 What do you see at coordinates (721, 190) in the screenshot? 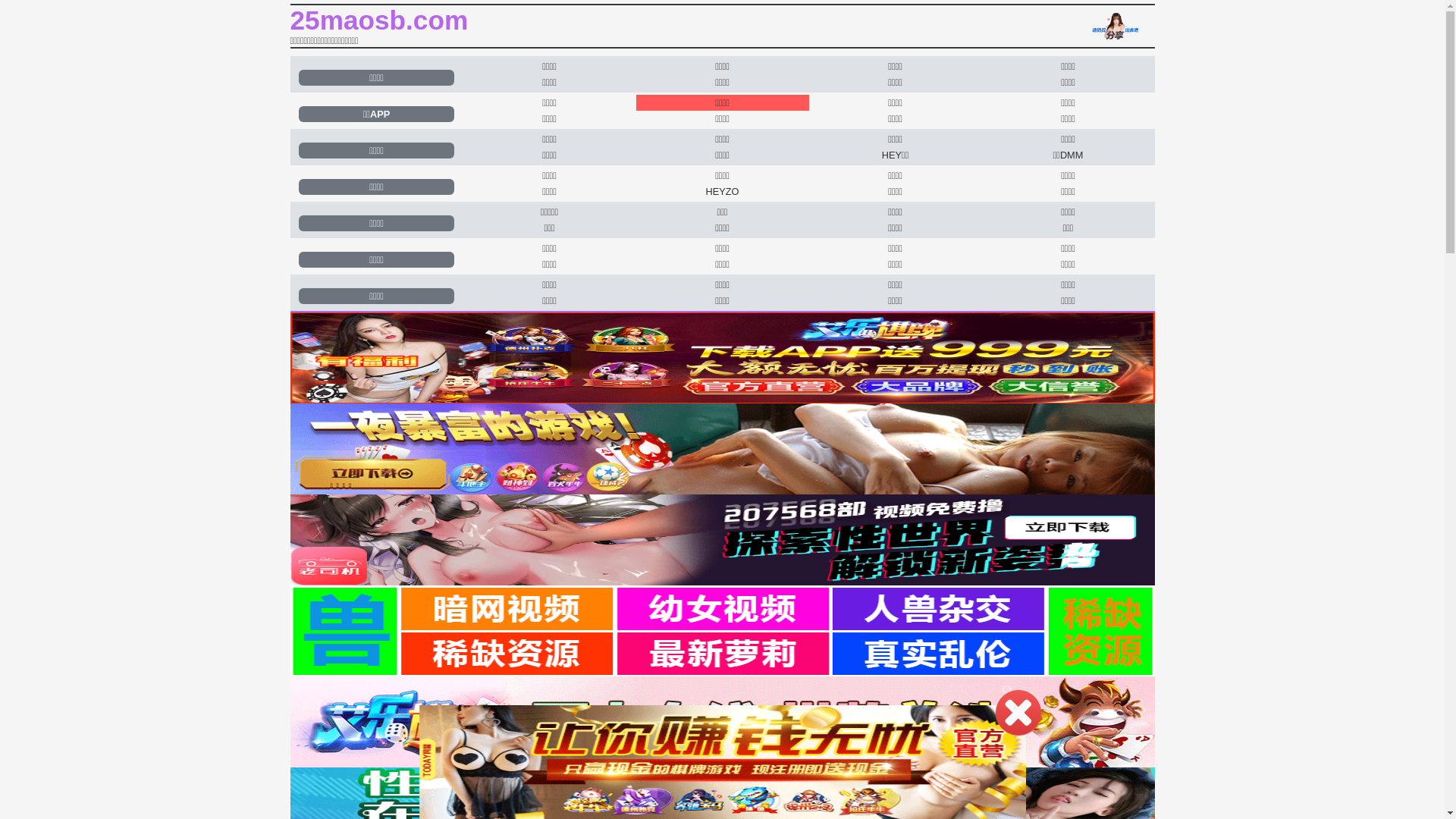
I see `'HEYZO'` at bounding box center [721, 190].